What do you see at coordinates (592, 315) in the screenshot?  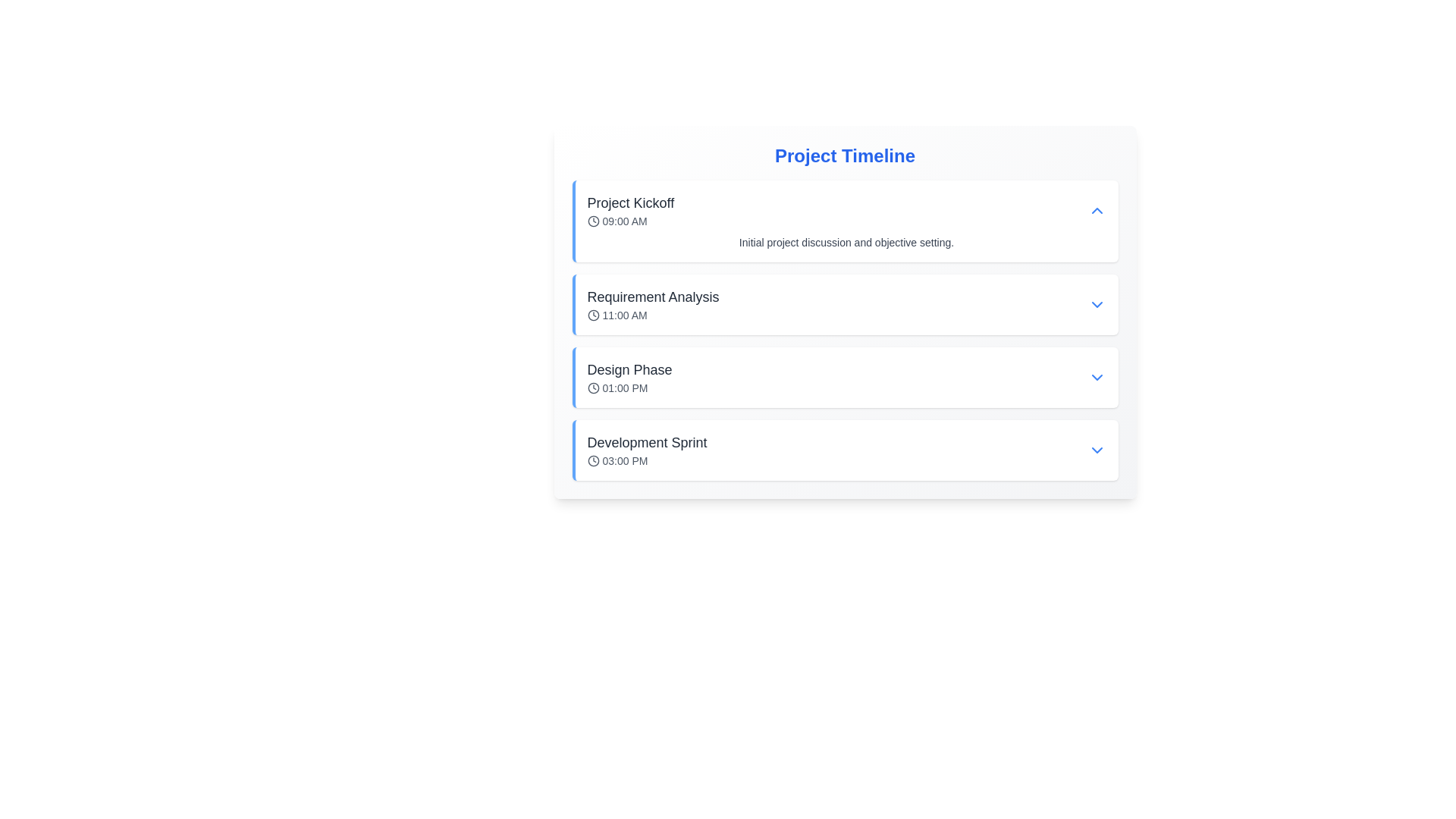 I see `the decorative icon next to the '11:00 AM' time label for the 'Requirement Analysis' item in the 'Project Timeline' list` at bounding box center [592, 315].